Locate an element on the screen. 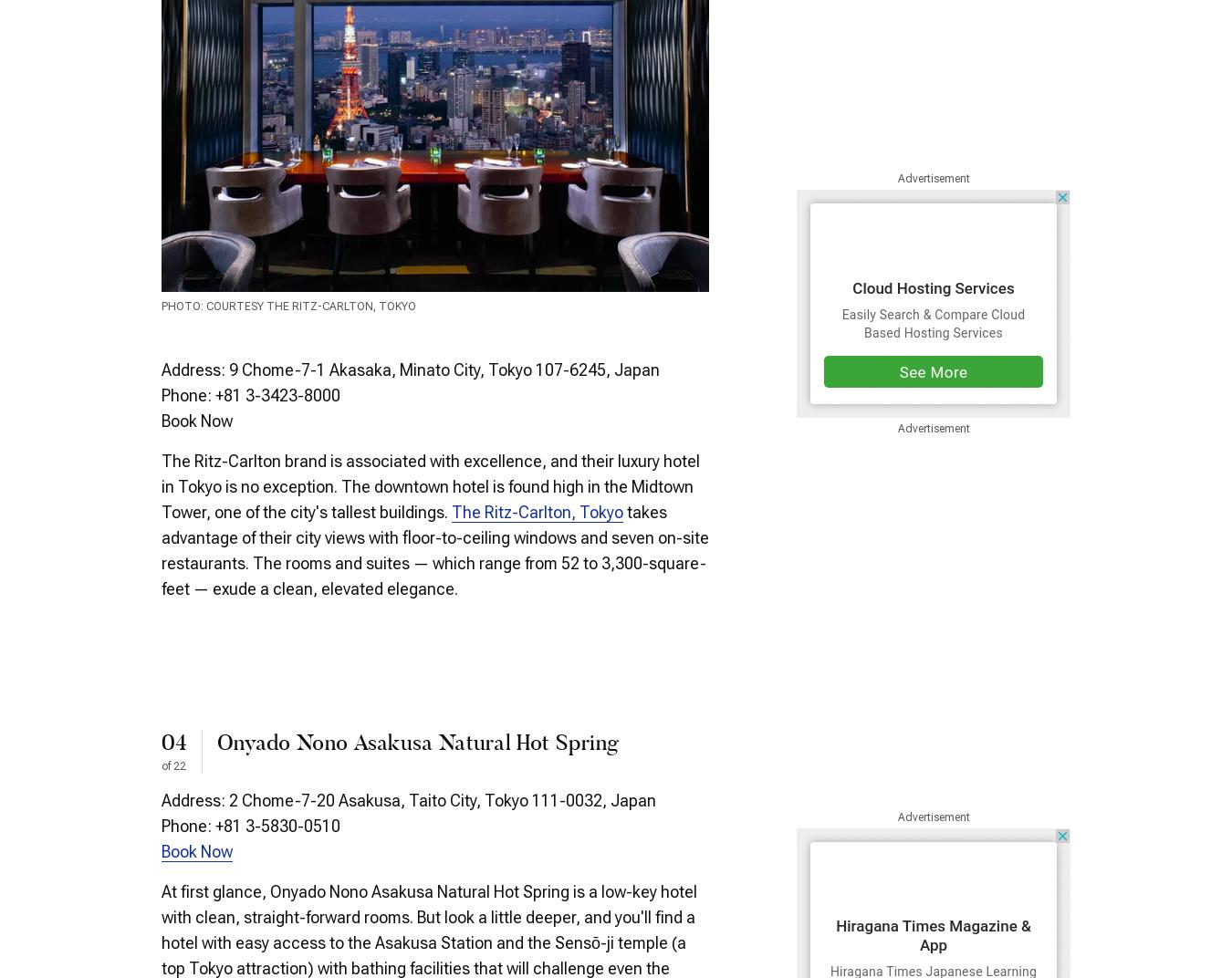  'Address: 2 Chome-7-20 Asakusa, Taito City, Tokyo 111-0032, Japan' is located at coordinates (409, 799).